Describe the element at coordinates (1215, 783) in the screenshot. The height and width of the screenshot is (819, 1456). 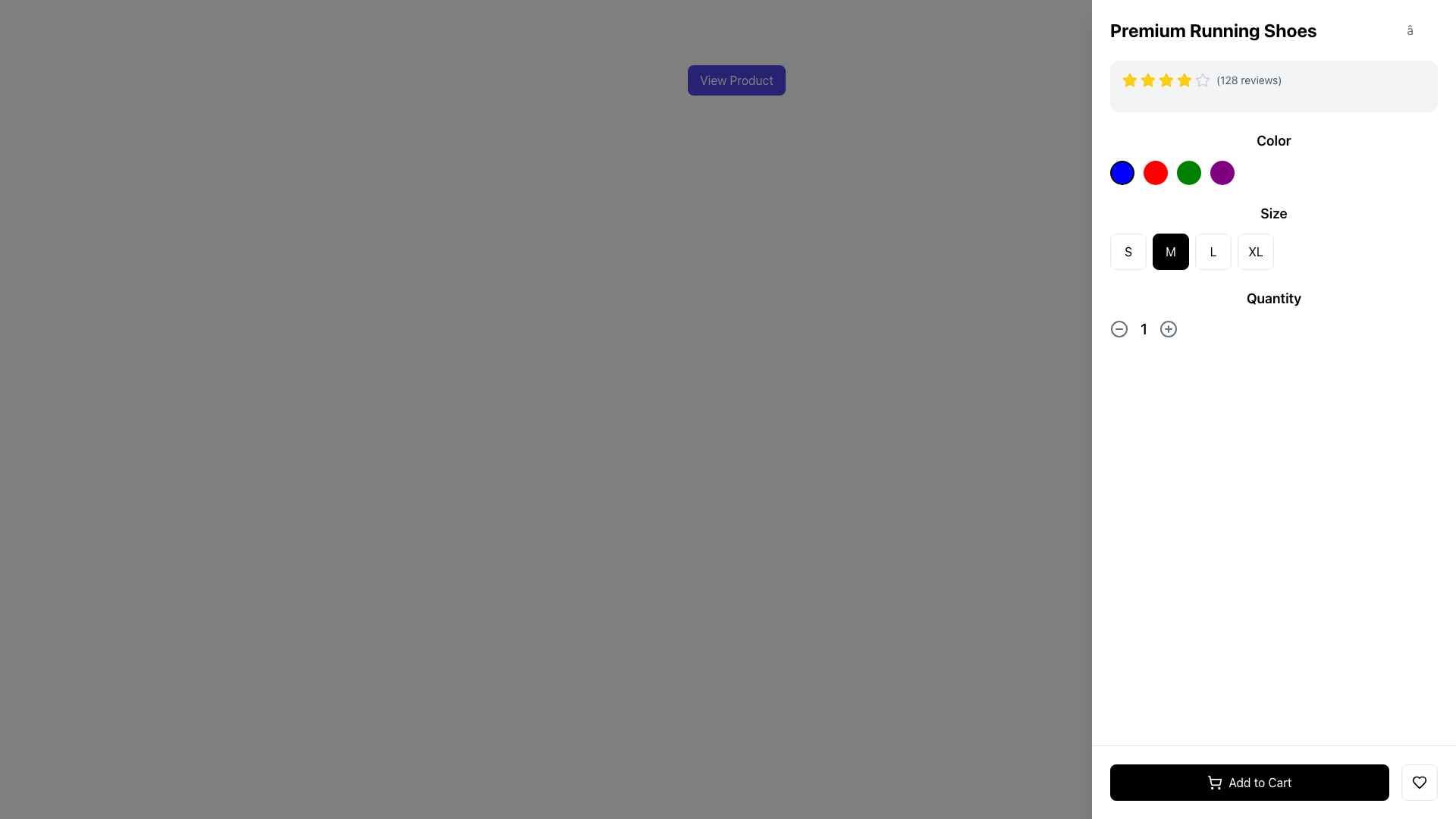
I see `the shopping cart icon within the 'Add to Cart' button, which is centrally positioned and has a simplistic linear stroke design against a black background` at that location.